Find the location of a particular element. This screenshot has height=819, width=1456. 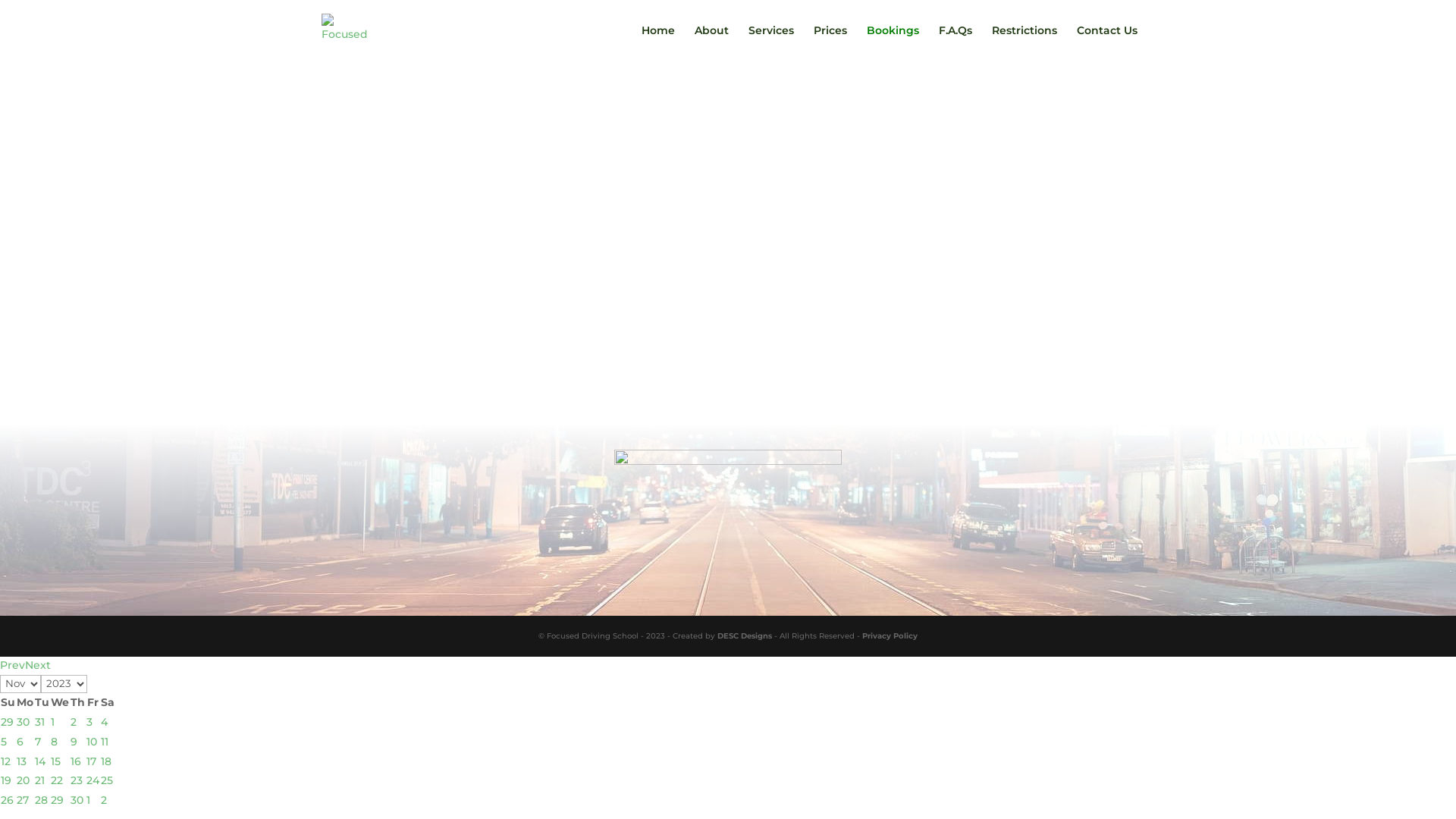

'Restrictions' is located at coordinates (1024, 42).